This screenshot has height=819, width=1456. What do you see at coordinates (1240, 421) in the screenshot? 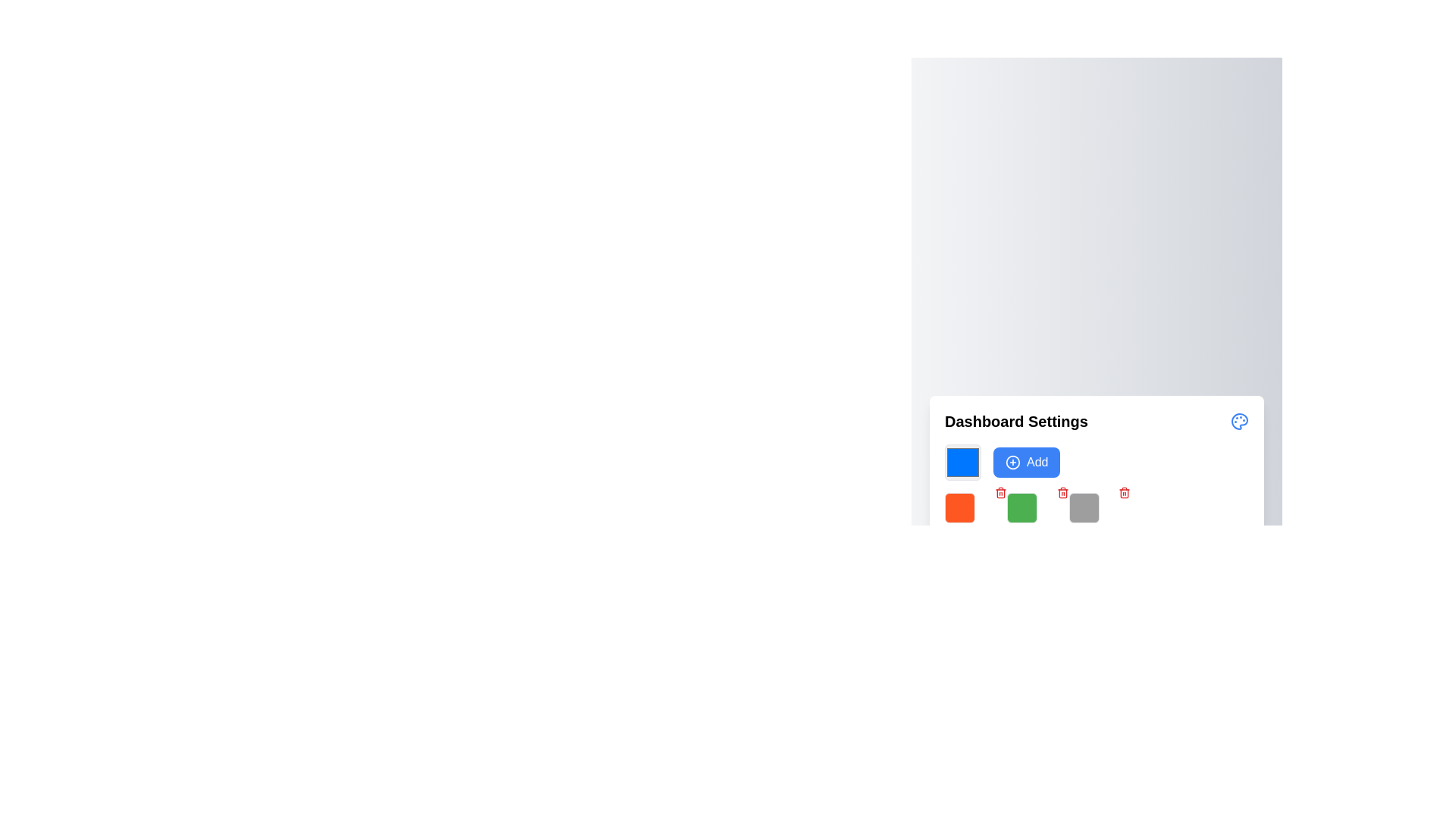
I see `the blue circular palette icon with colorful dots located in the top-right corner of the 'Dashboard Settings' section` at bounding box center [1240, 421].